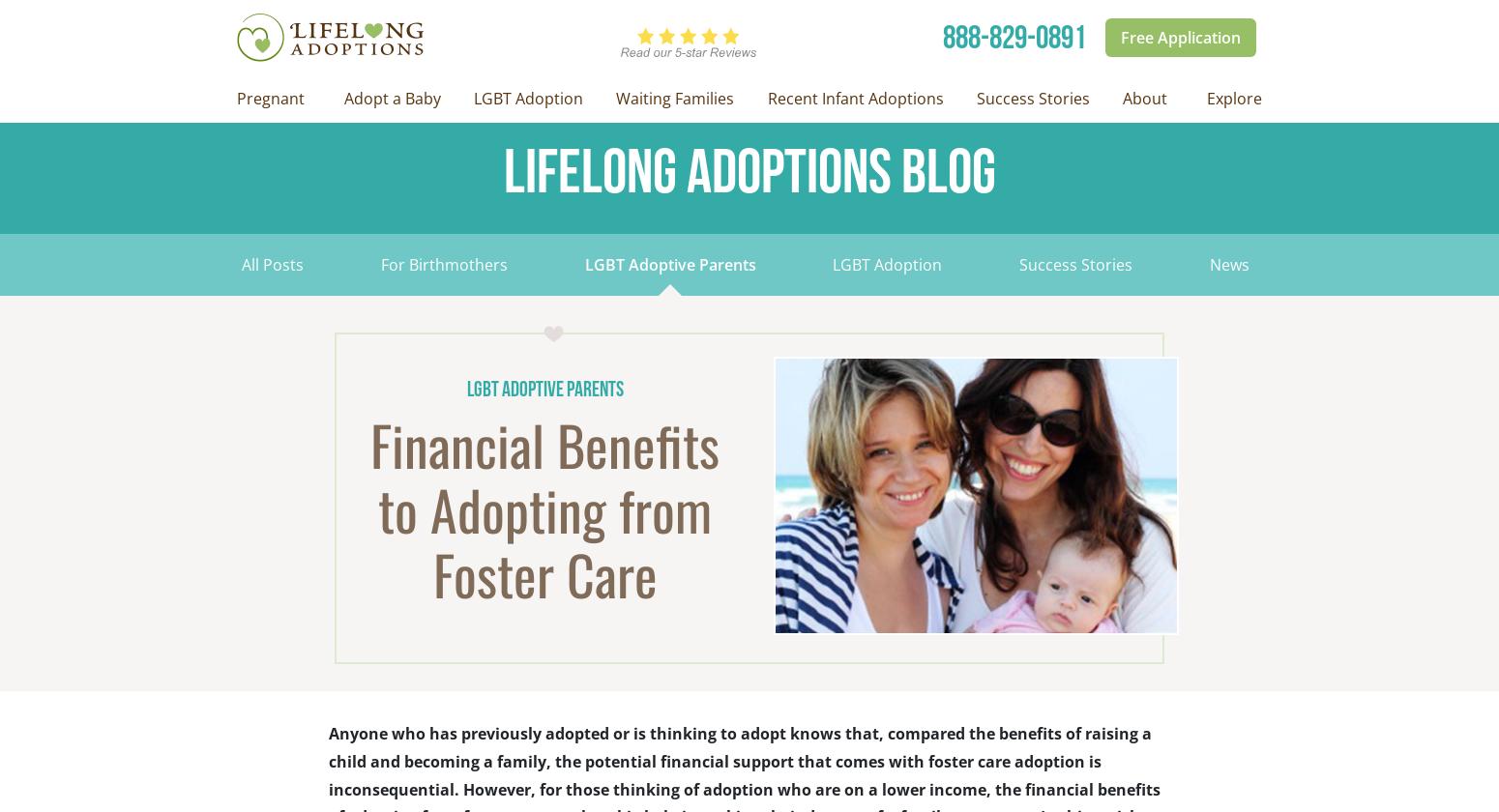 This screenshot has width=1499, height=812. I want to click on '888-829-0891', so click(1014, 37).